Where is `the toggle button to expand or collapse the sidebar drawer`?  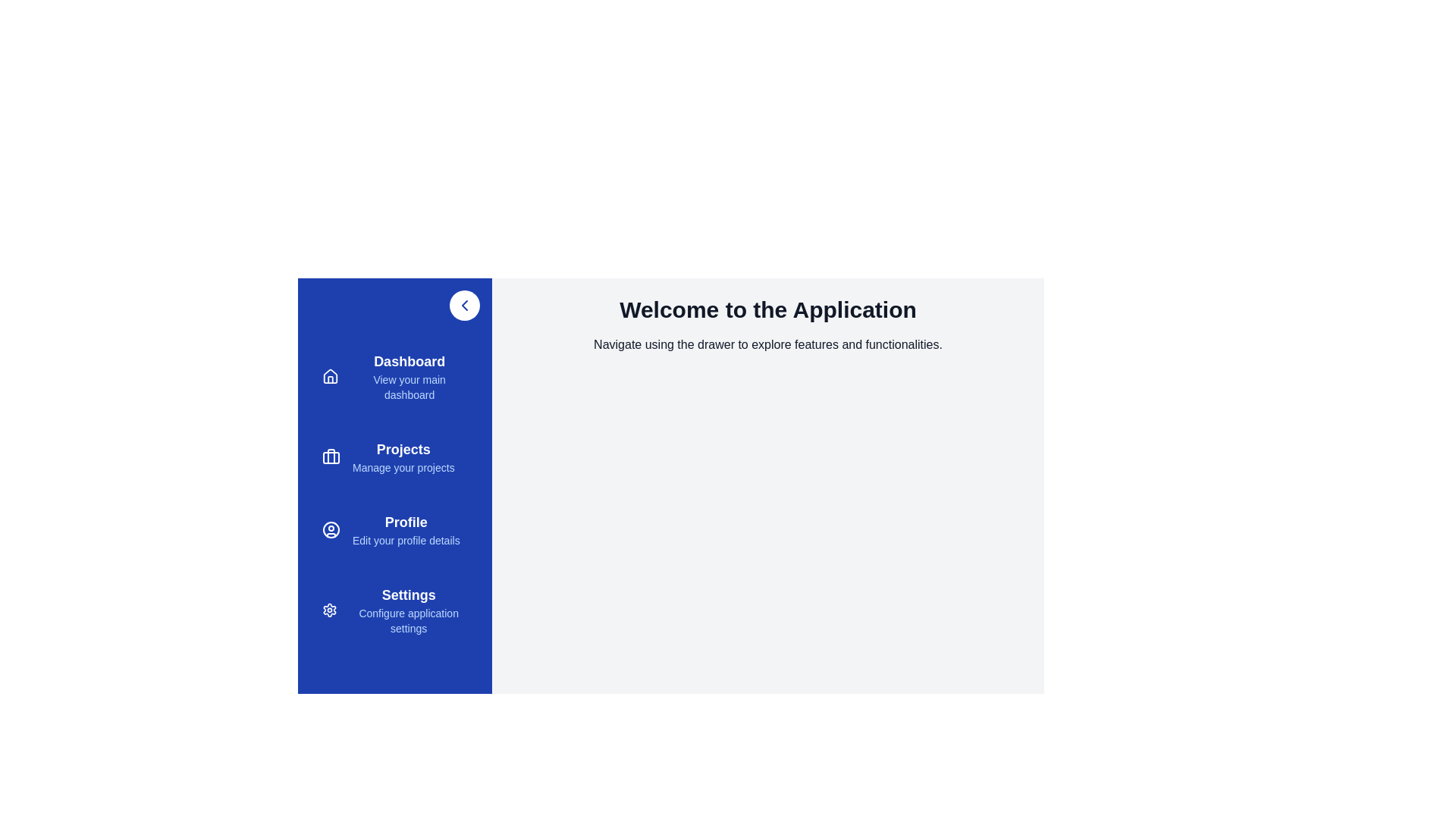
the toggle button to expand or collapse the sidebar drawer is located at coordinates (464, 305).